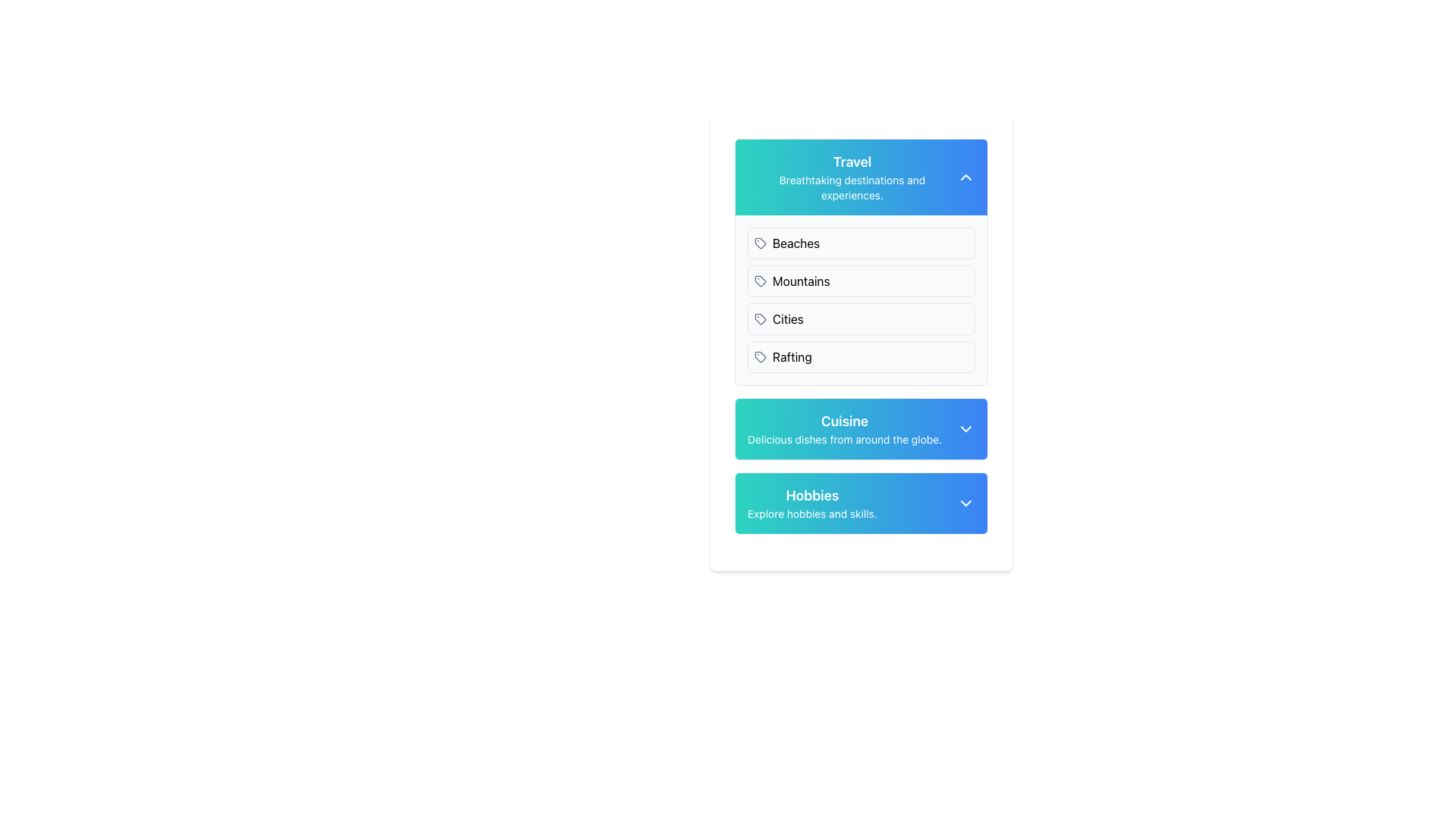  What do you see at coordinates (852, 177) in the screenshot?
I see `the Text Label that describes a section dedicated to travel-related content, positioned at the top of a vertically stacked layout above similar elements like 'Cuisine' and 'Hobbies'` at bounding box center [852, 177].